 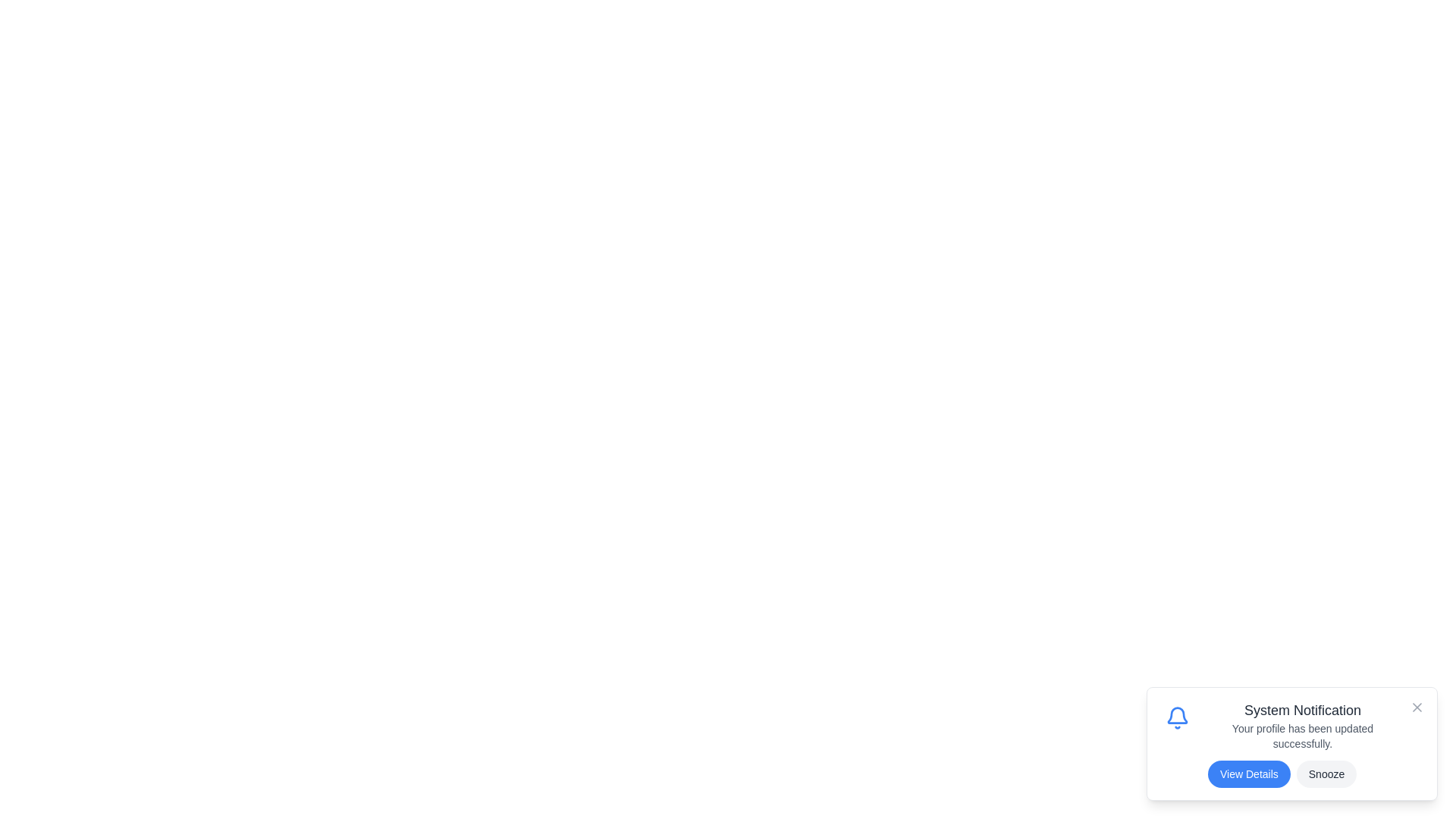 I want to click on the small gray 'X' close button located at the top-right corner of the notification card, so click(x=1416, y=708).